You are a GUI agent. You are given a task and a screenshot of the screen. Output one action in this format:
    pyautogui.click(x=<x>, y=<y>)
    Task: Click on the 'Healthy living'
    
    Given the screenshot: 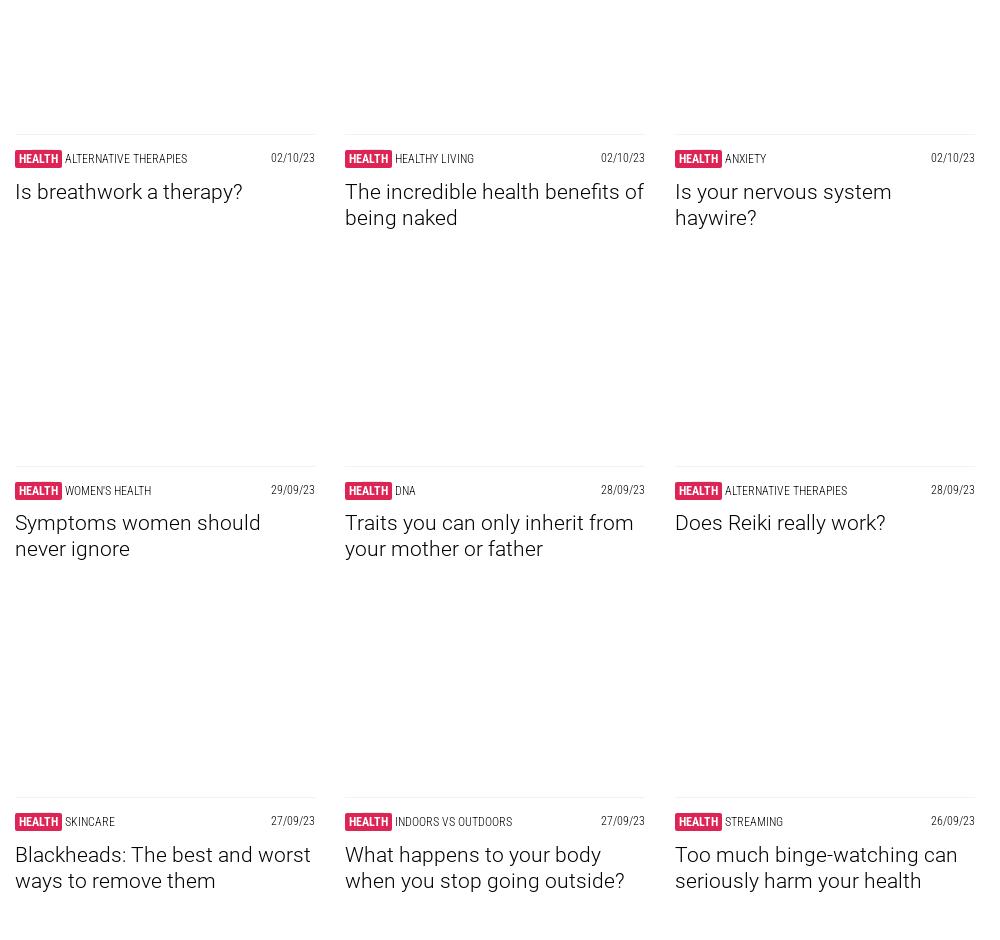 What is the action you would take?
    pyautogui.click(x=434, y=158)
    